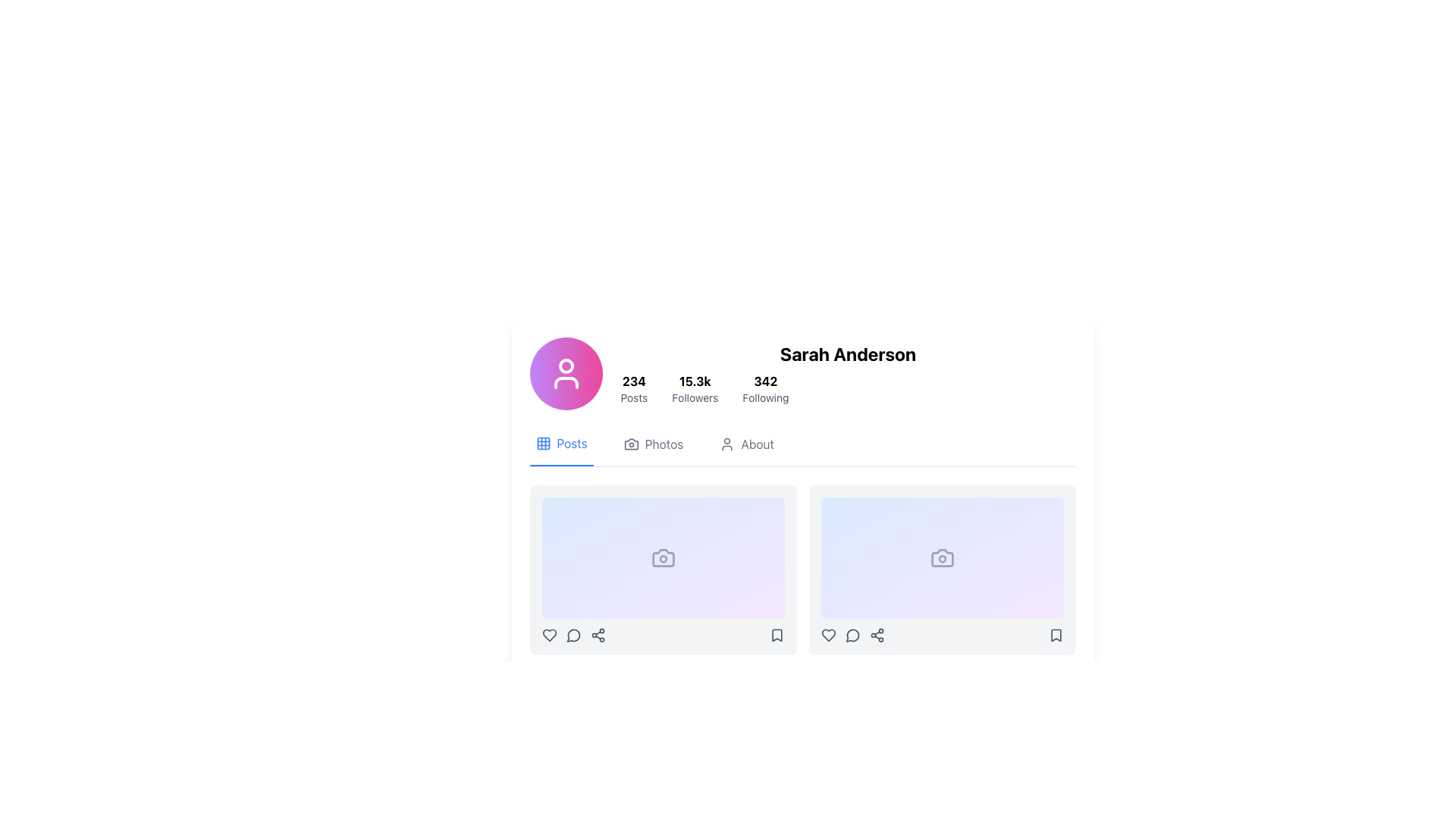  What do you see at coordinates (941, 558) in the screenshot?
I see `the Image placeholder card located in the second column of the layout, which serves as an entry point for image content` at bounding box center [941, 558].